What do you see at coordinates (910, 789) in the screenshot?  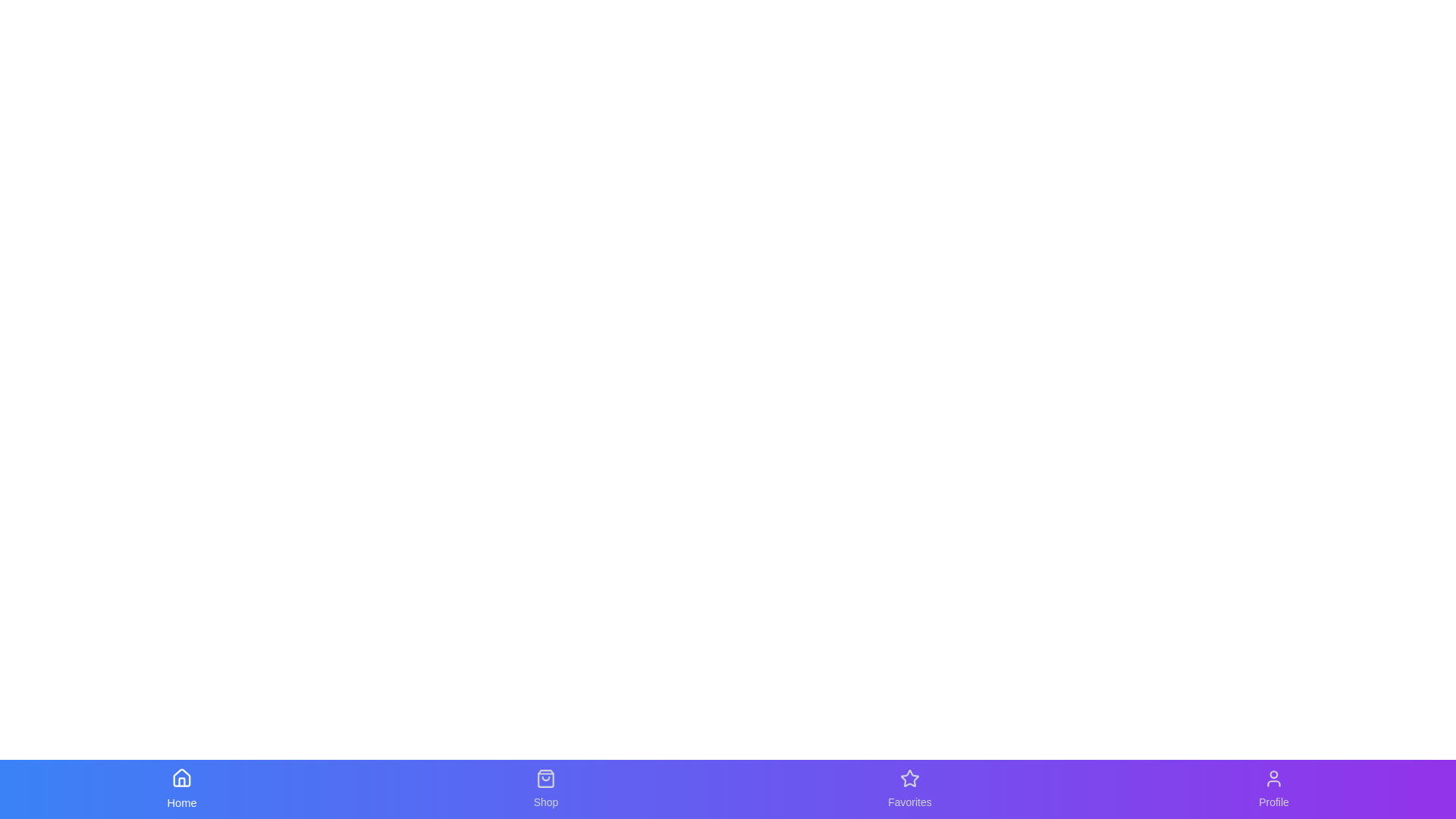 I see `the tab labeled Favorites to navigate to its associated page` at bounding box center [910, 789].